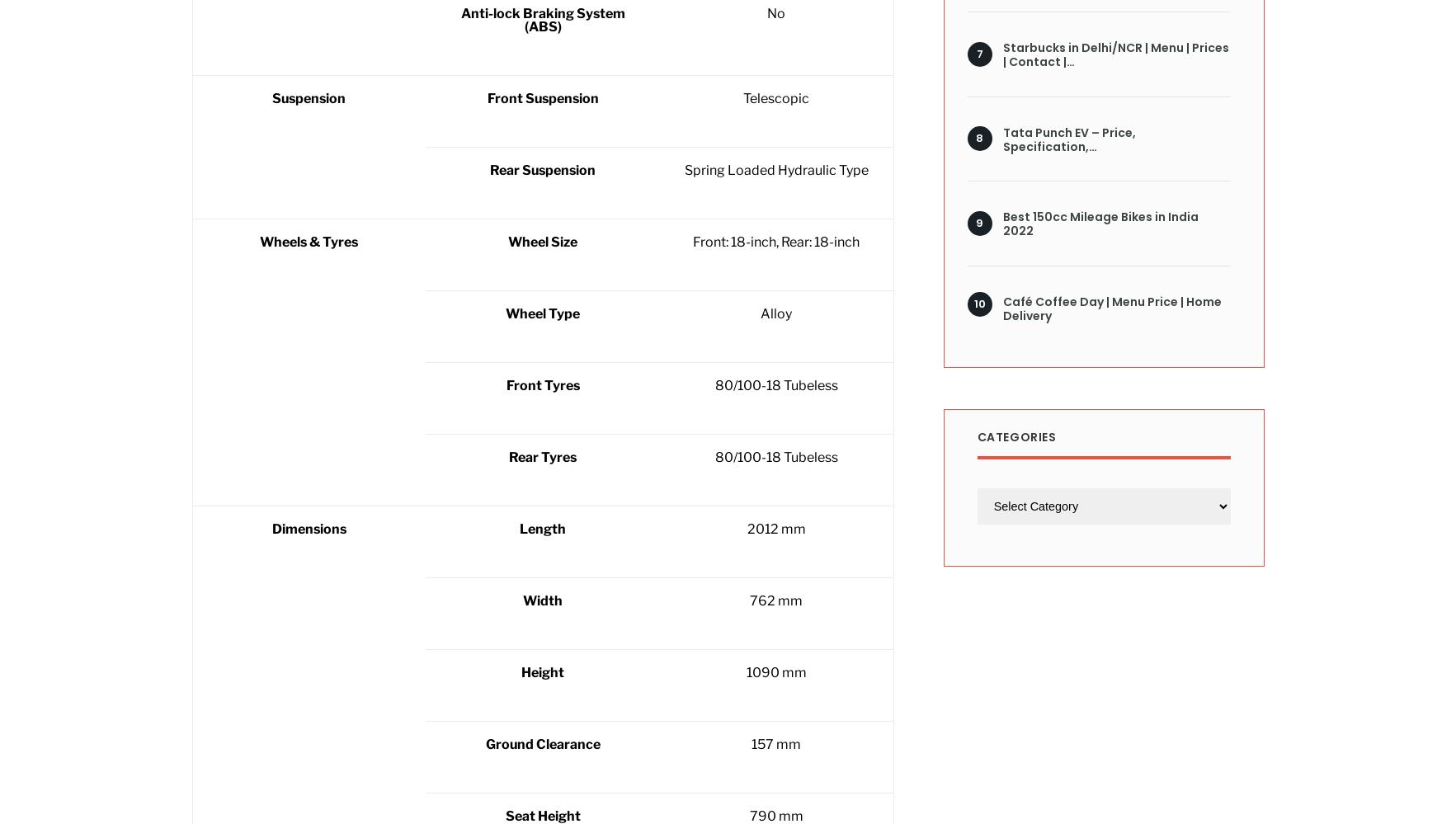 Image resolution: width=1456 pixels, height=824 pixels. Describe the element at coordinates (775, 744) in the screenshot. I see `'157 mm'` at that location.